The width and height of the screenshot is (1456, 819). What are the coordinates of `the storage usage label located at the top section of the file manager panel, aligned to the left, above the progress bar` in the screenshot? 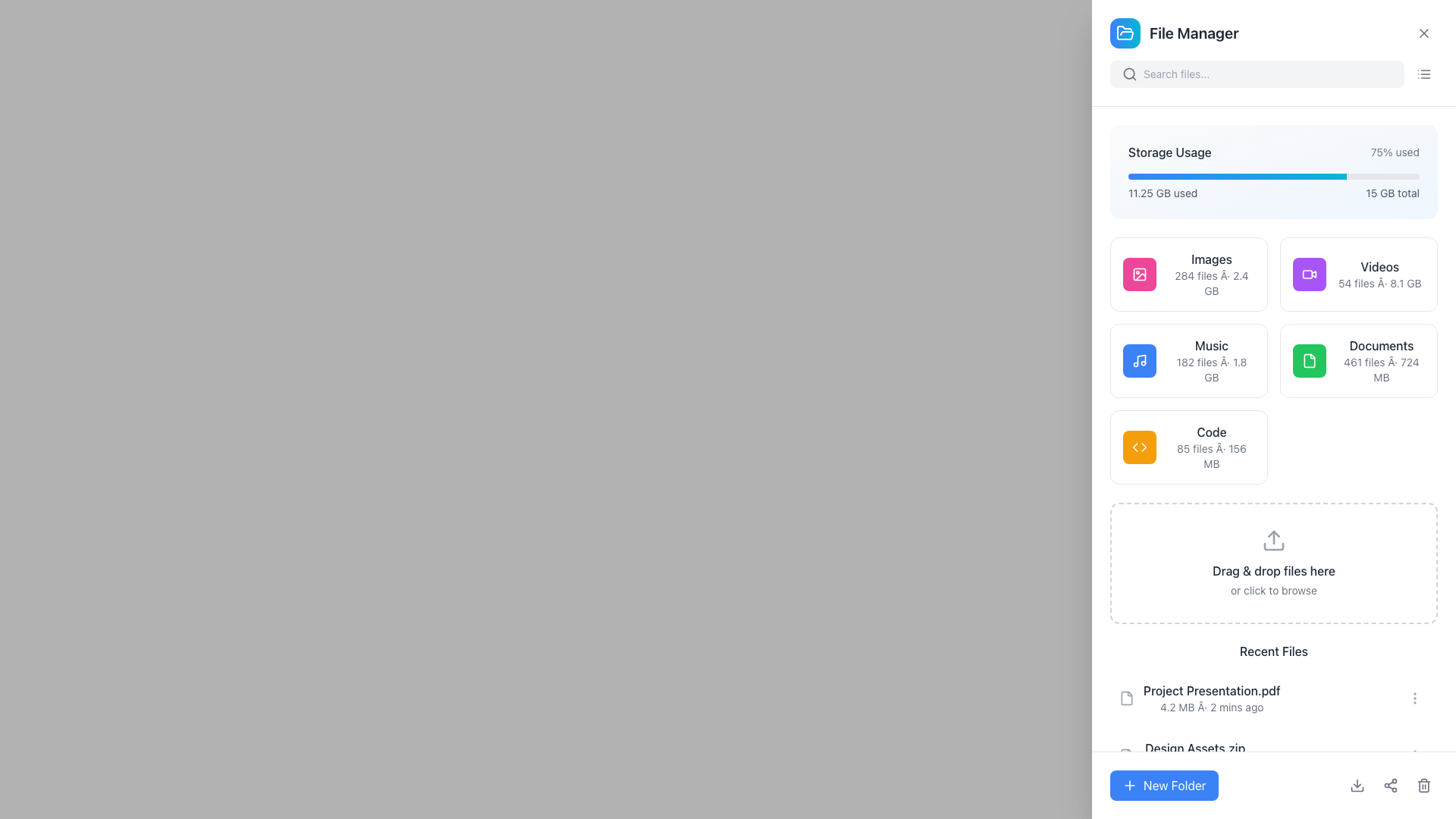 It's located at (1169, 152).